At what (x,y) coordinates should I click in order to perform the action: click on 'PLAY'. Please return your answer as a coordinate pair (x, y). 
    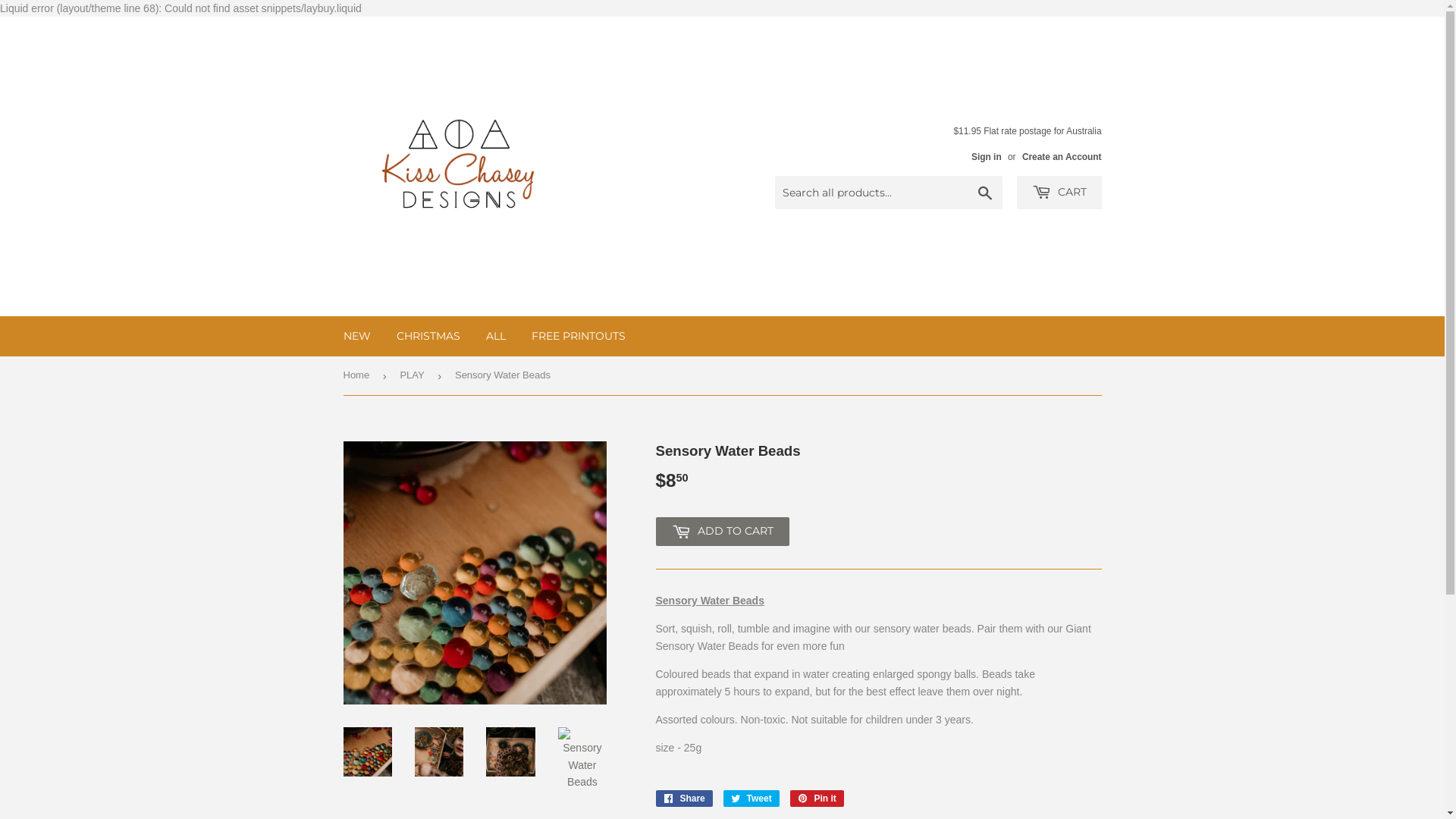
    Looking at the image, I should click on (414, 375).